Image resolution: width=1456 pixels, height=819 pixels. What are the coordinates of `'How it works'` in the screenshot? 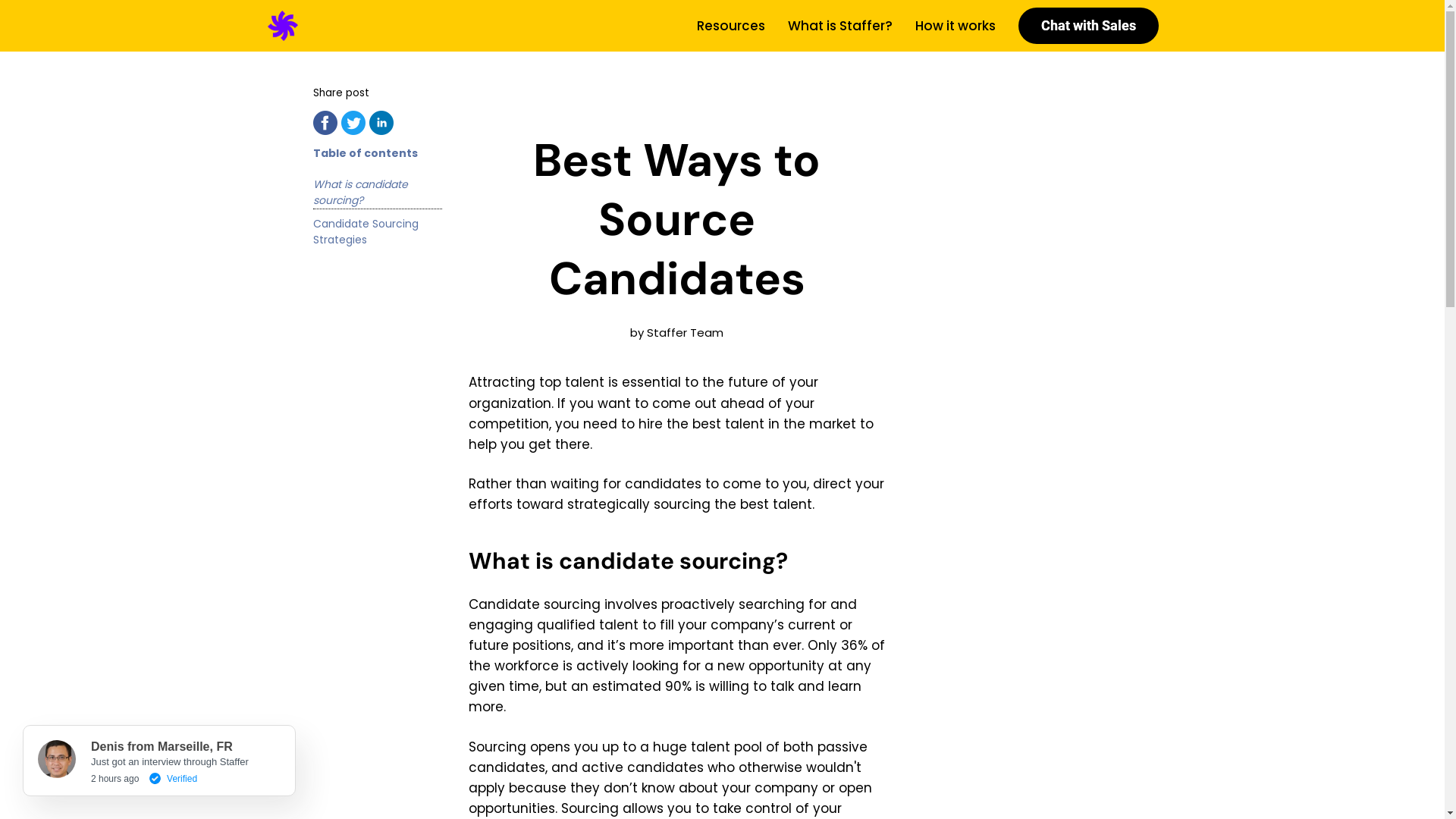 It's located at (953, 26).